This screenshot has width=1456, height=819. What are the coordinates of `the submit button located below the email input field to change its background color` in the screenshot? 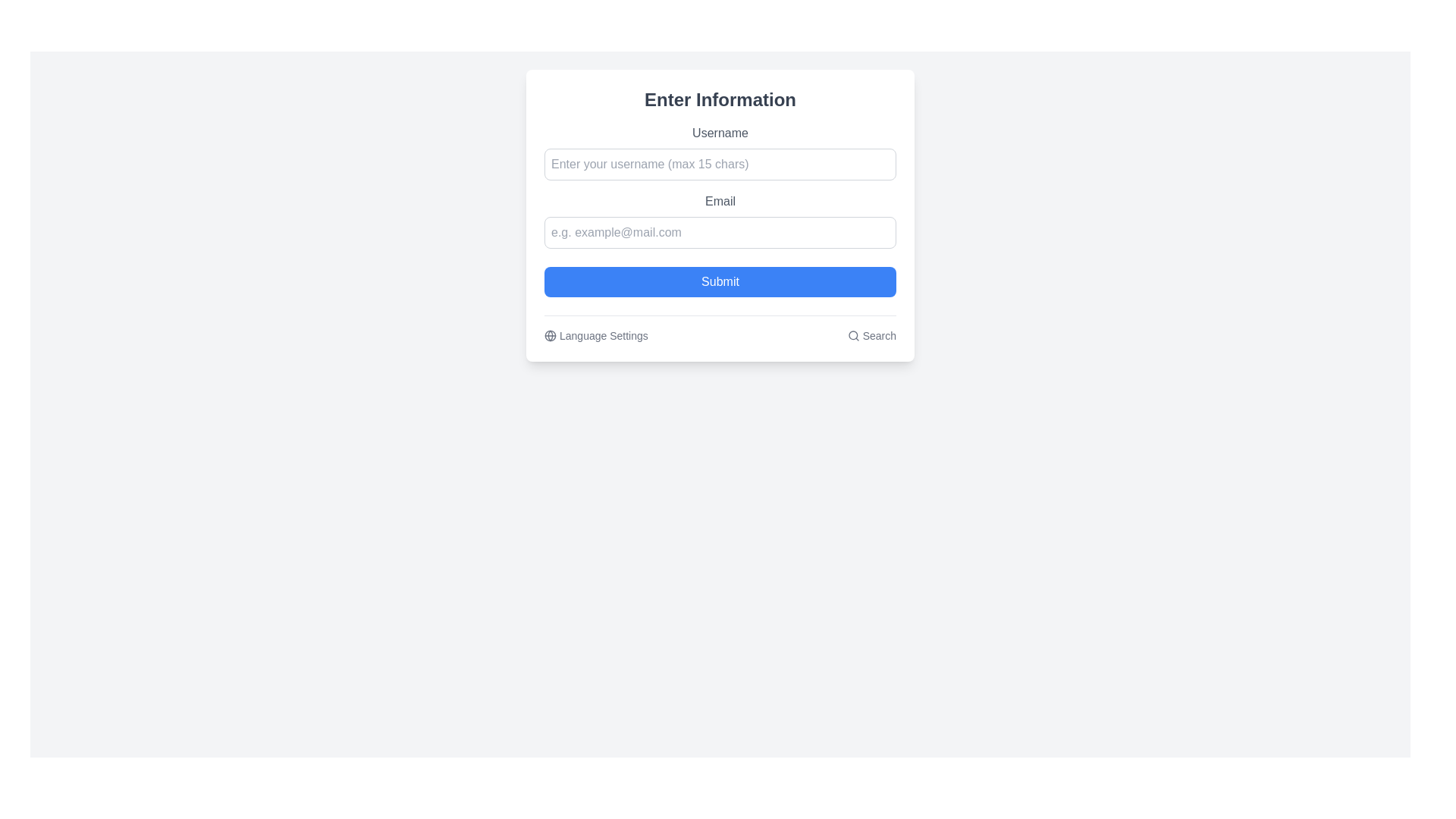 It's located at (720, 281).